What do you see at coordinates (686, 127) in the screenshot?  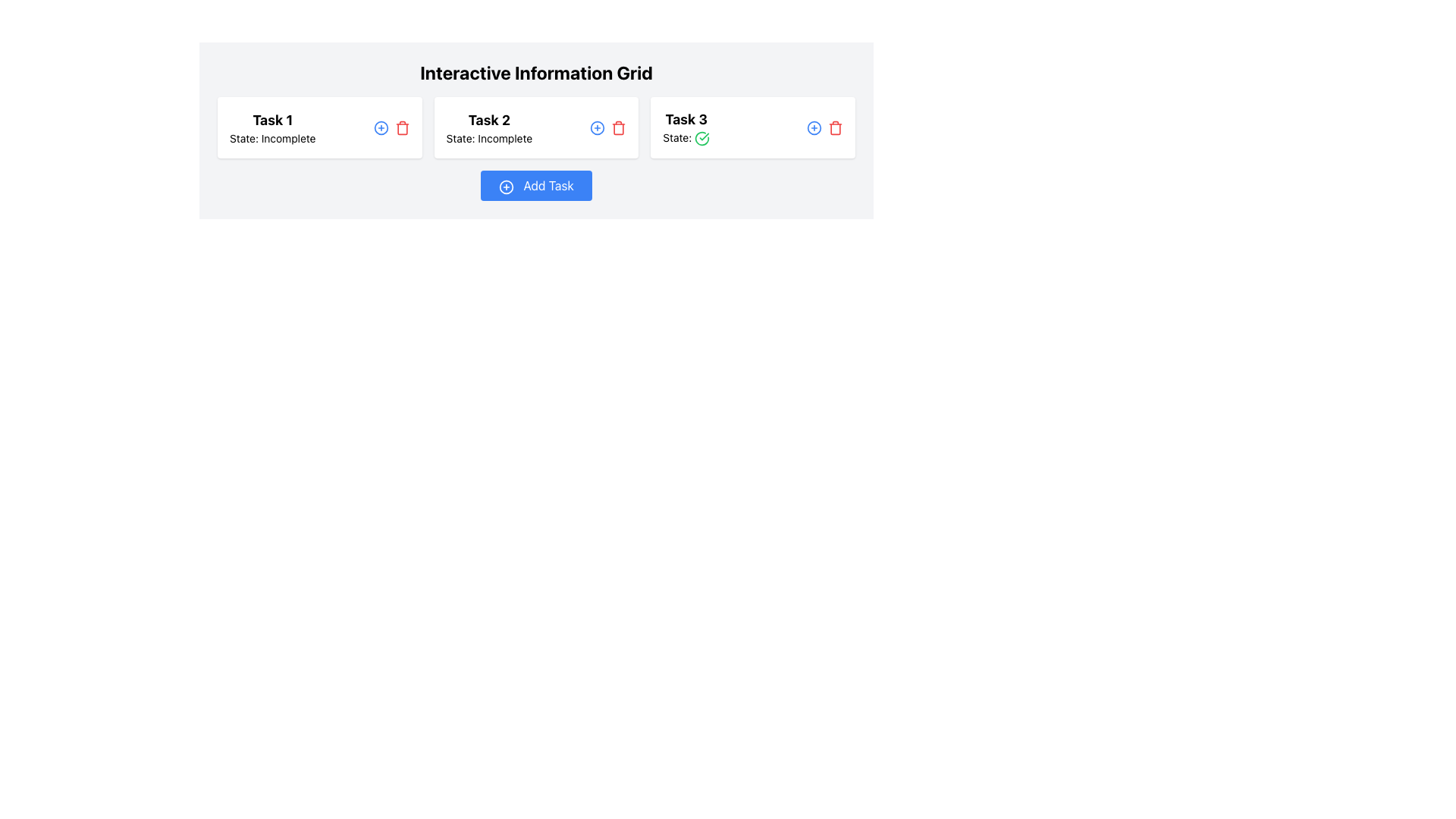 I see `the 'Task 3' text label to potentially see a tooltip, which is located at the top-left corner of the third task card in the grid layout` at bounding box center [686, 127].